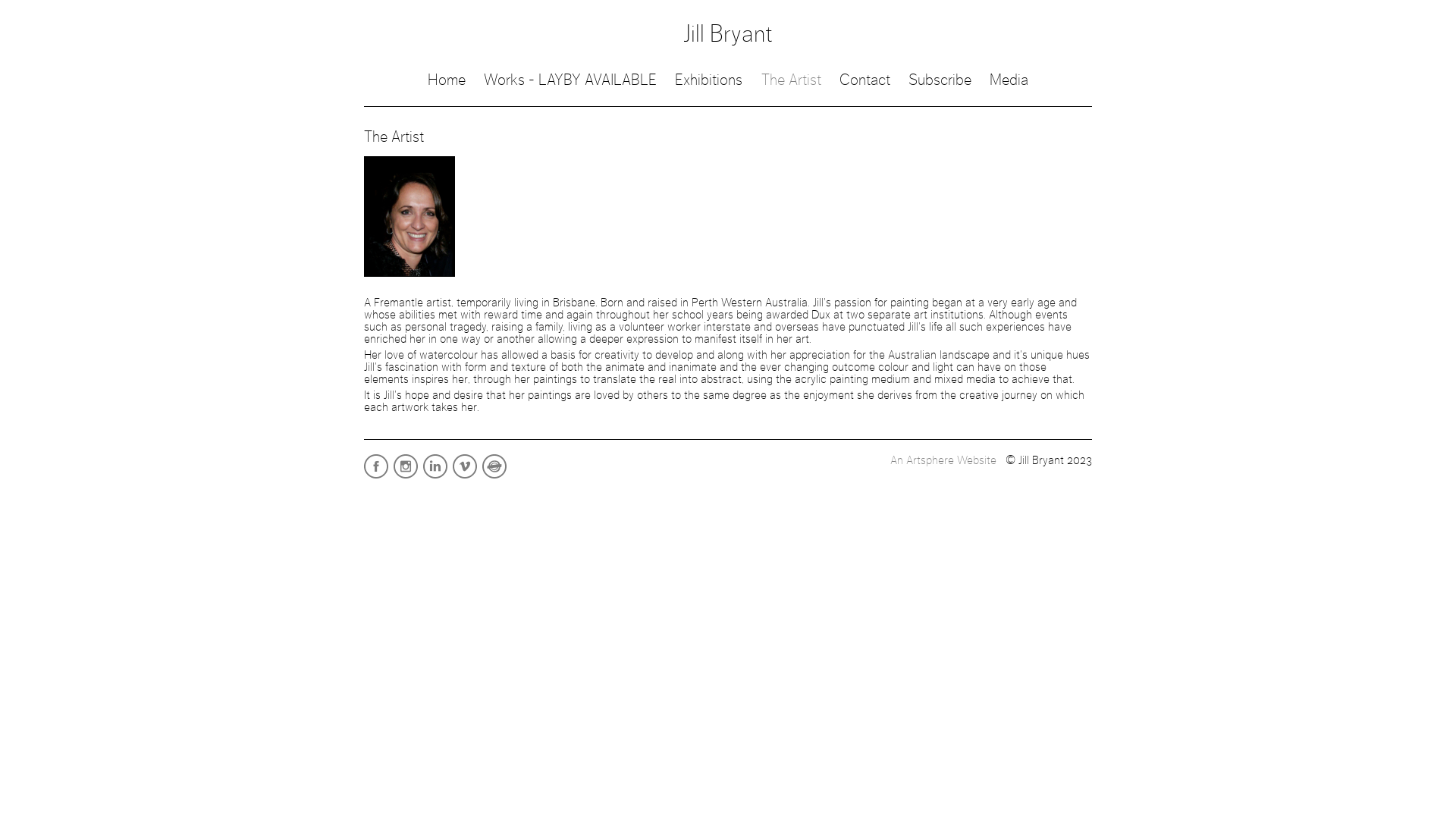 This screenshot has width=1456, height=819. I want to click on 'Home', so click(446, 80).